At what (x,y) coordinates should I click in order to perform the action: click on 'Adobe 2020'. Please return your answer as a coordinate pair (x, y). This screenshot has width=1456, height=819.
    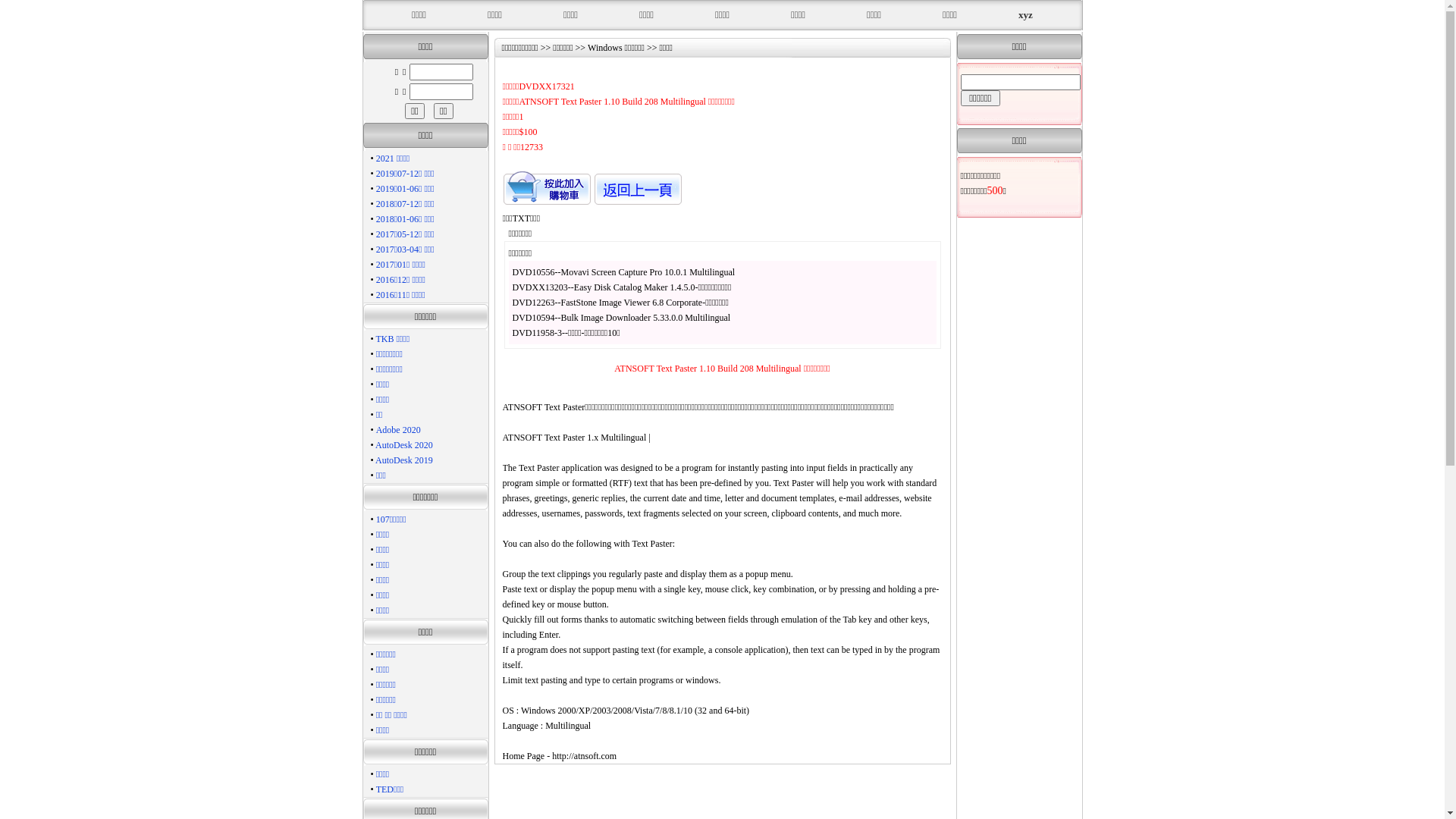
    Looking at the image, I should click on (398, 430).